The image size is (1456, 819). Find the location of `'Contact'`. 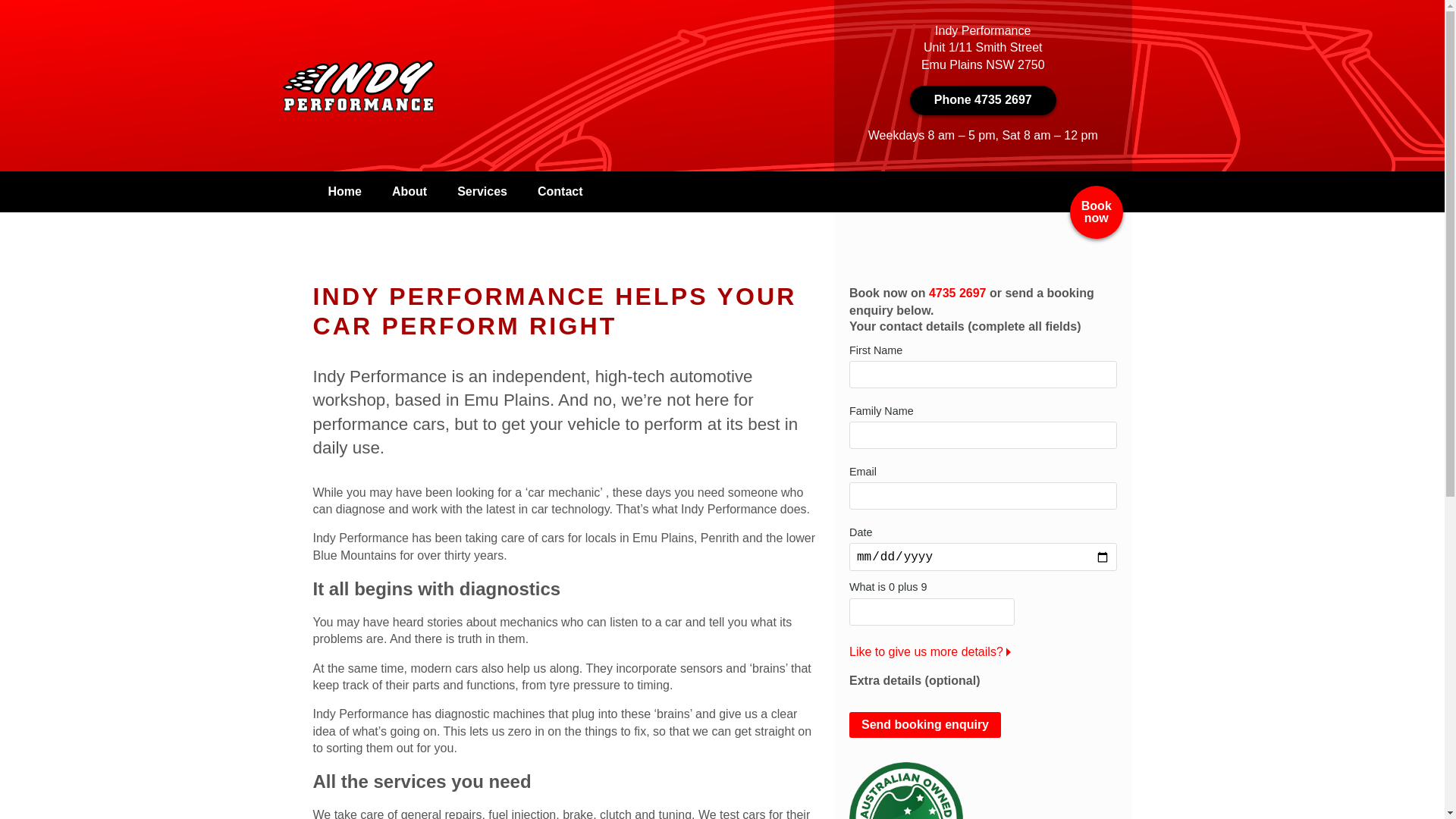

'Contact' is located at coordinates (560, 191).